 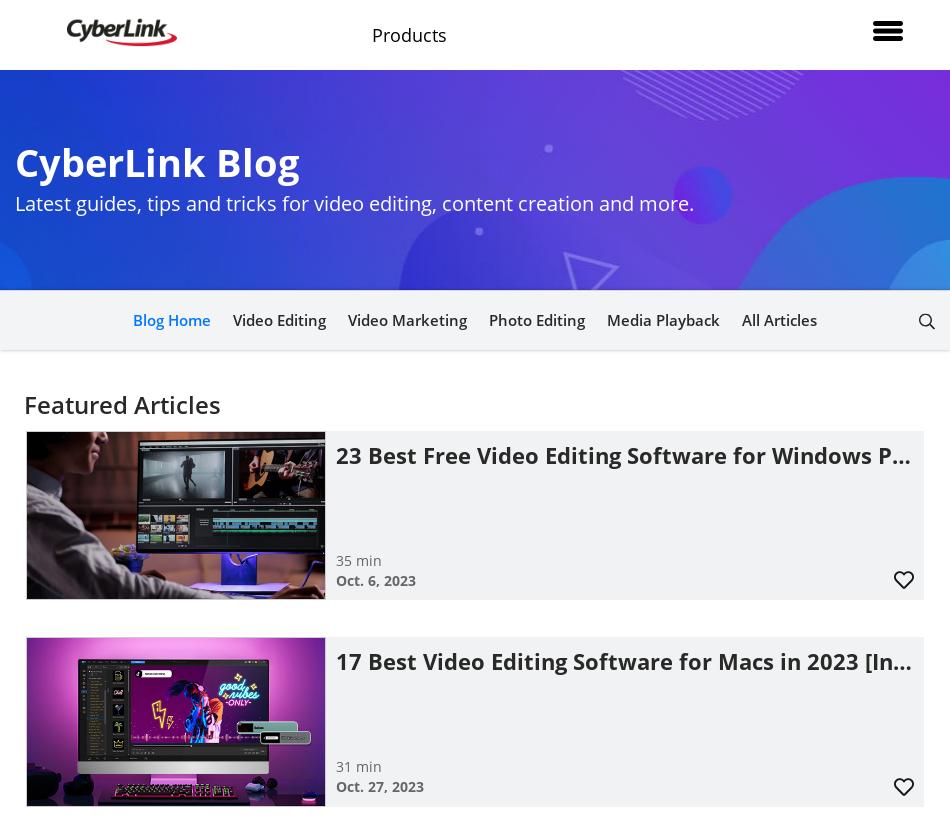 What do you see at coordinates (15, 203) in the screenshot?
I see `'Latest guides, tips and tricks for video editing, content creation and more.'` at bounding box center [15, 203].